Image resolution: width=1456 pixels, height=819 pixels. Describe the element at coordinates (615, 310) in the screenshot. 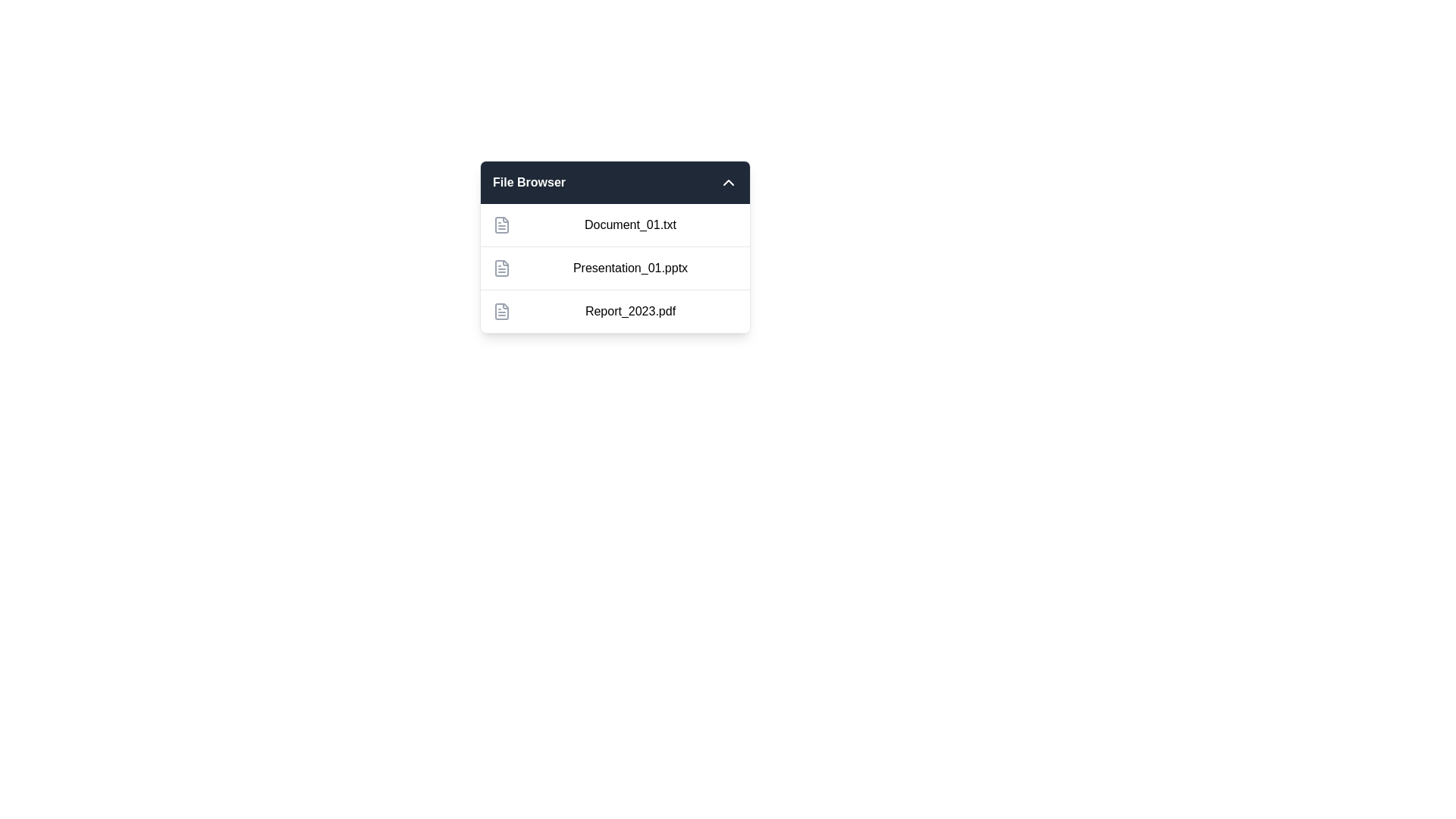

I see `the file Report_2023.pdf from the list` at that location.